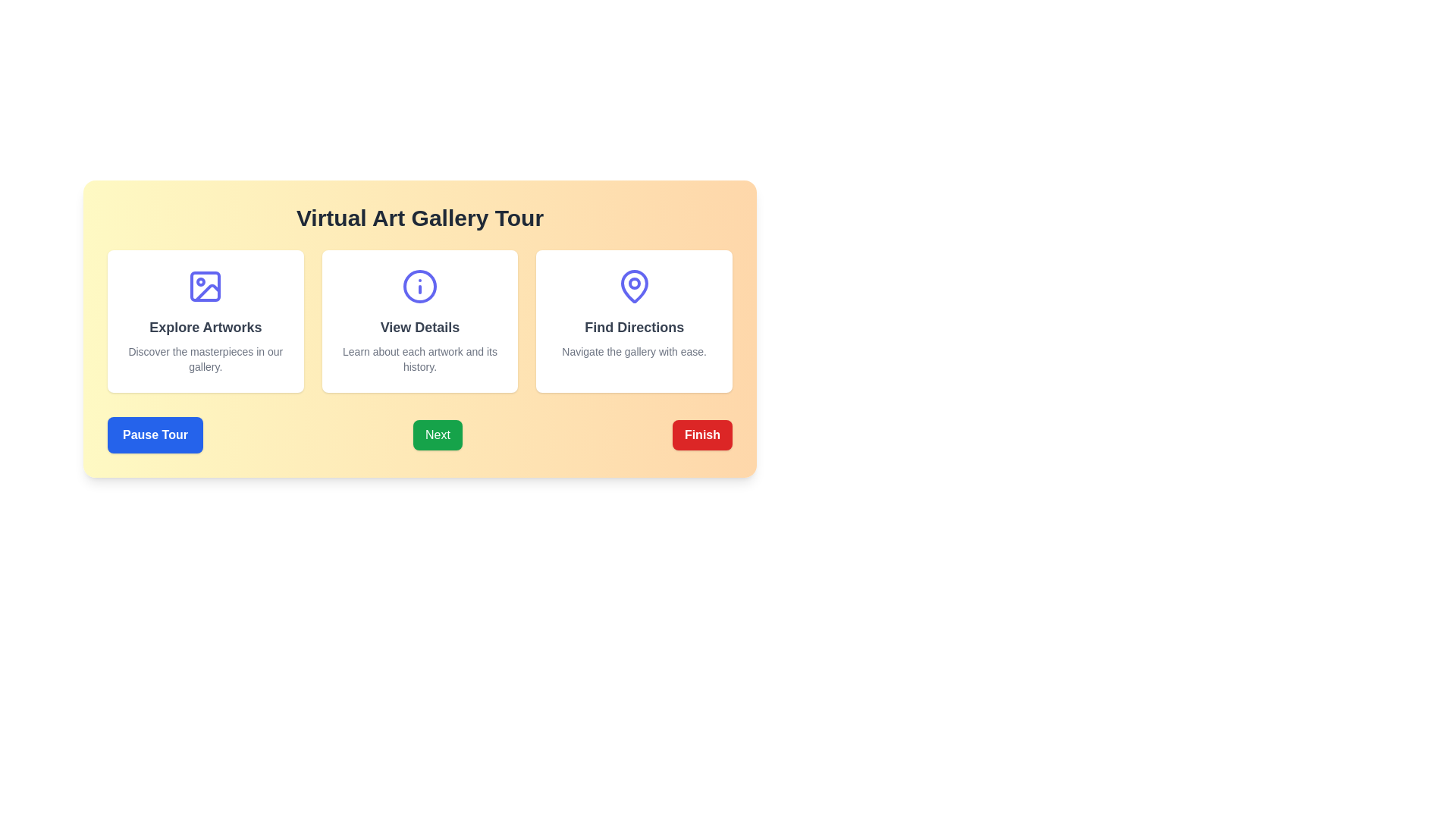 This screenshot has height=819, width=1456. Describe the element at coordinates (634, 287) in the screenshot. I see `the navigation icon located in the 'Find Directions' card within the 'Virtual Art Gallery Tour' section` at that location.